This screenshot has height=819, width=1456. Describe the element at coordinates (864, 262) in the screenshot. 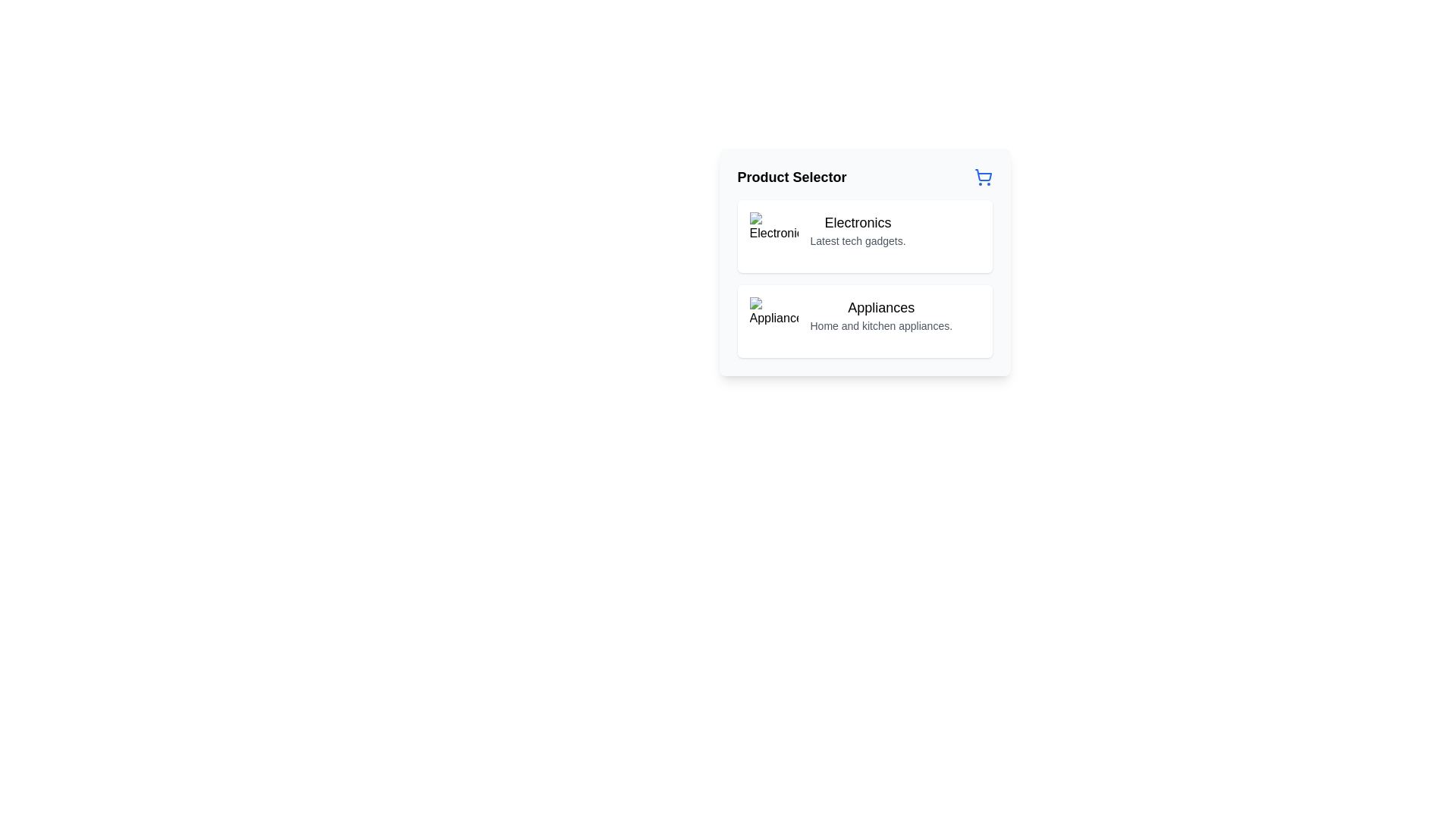

I see `the Interactive card for 'Electronics', which is the first card within the 'Product Selector' area, displaying 'Latest tech gadgets'` at that location.